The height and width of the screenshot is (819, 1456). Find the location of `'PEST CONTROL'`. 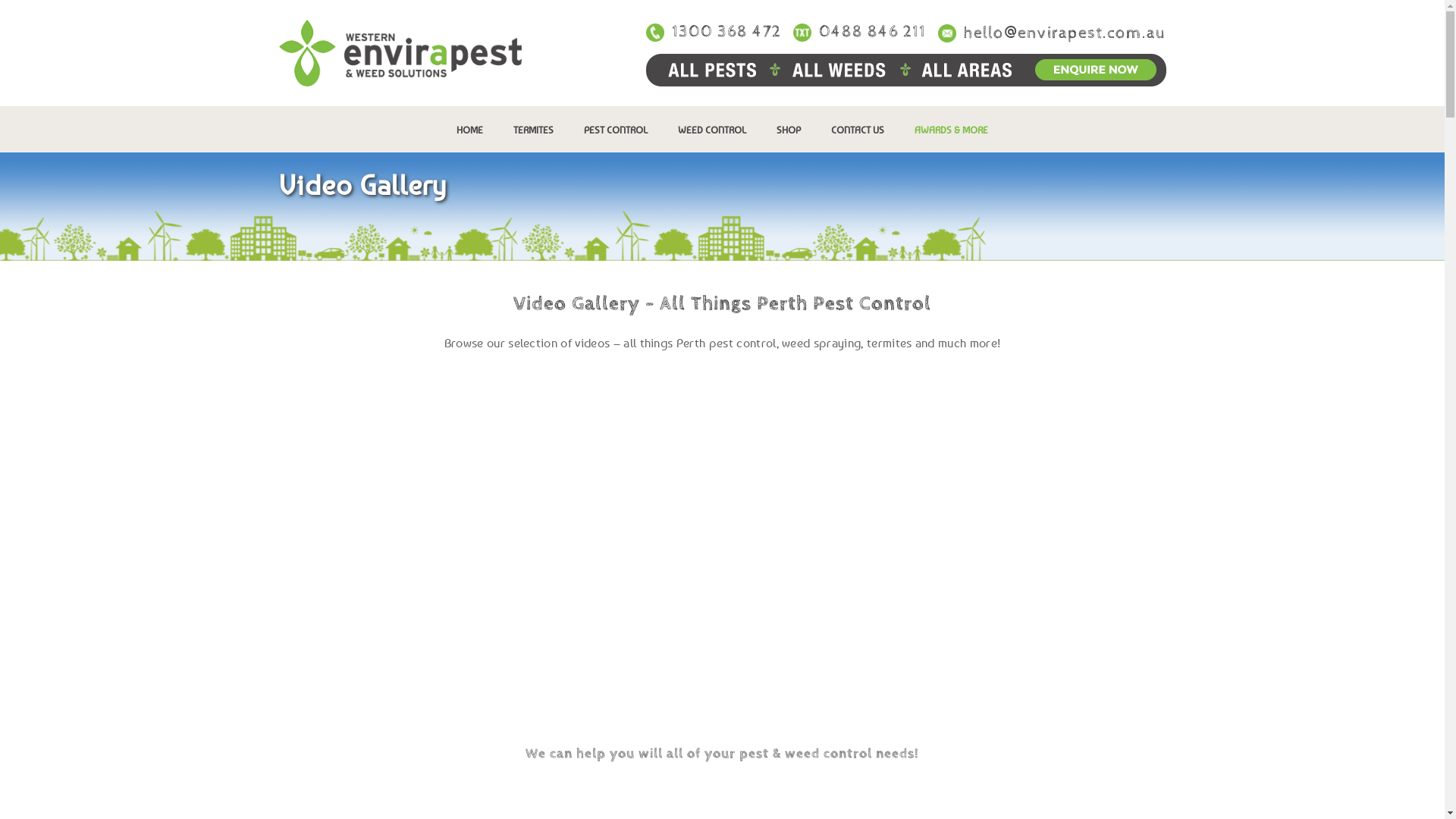

'PEST CONTROL' is located at coordinates (582, 128).